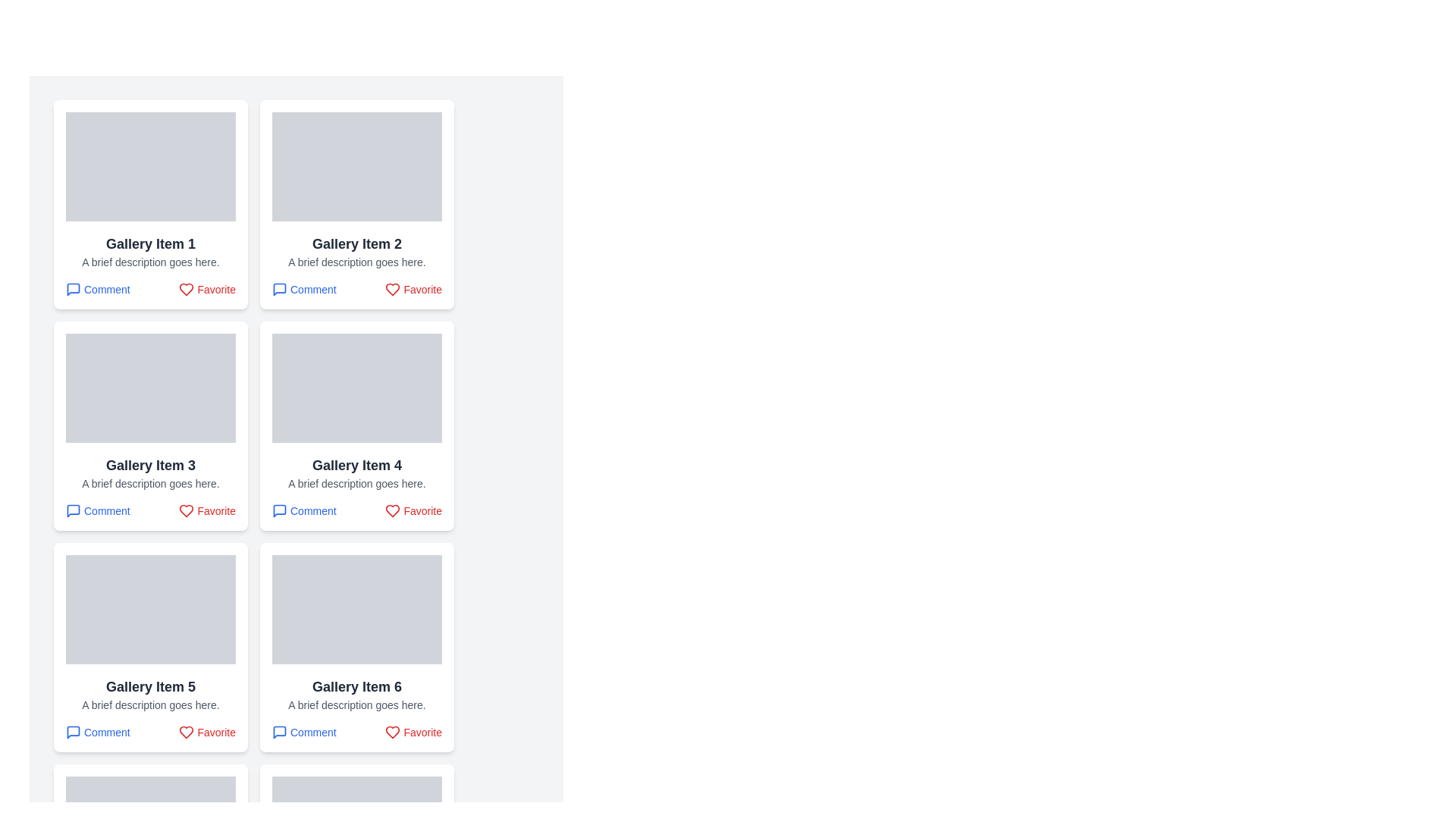 Image resolution: width=1456 pixels, height=819 pixels. What do you see at coordinates (280, 731) in the screenshot?
I see `the speech bubble icon that represents the comment functionality for the sixth gallery item in the grid, located below the image and title on the action bar` at bounding box center [280, 731].